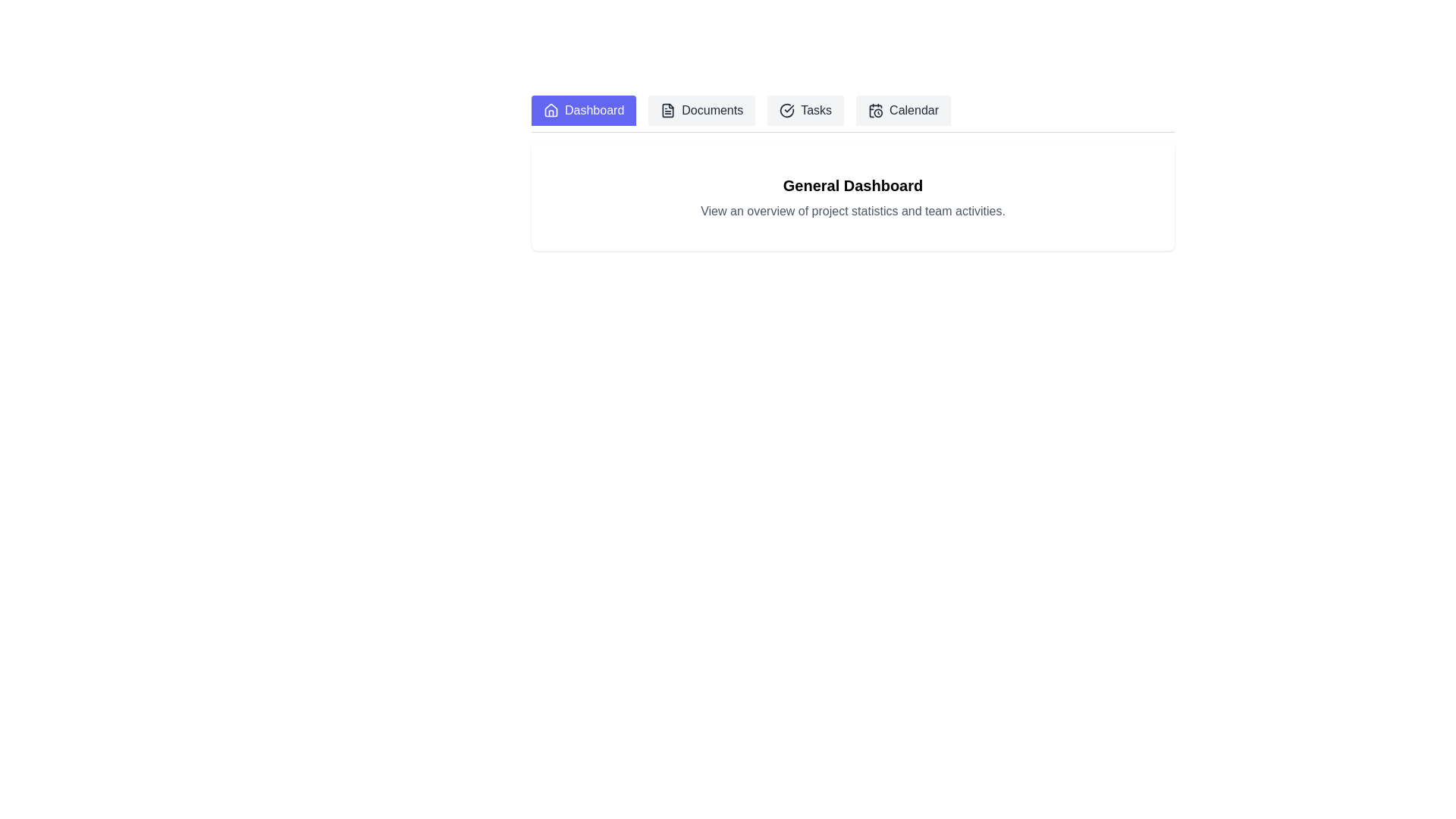 The width and height of the screenshot is (1456, 819). Describe the element at coordinates (852, 197) in the screenshot. I see `the Informational text block located centrally below the main navigation tabs, which serves as an overview of the dashboard's content` at that location.